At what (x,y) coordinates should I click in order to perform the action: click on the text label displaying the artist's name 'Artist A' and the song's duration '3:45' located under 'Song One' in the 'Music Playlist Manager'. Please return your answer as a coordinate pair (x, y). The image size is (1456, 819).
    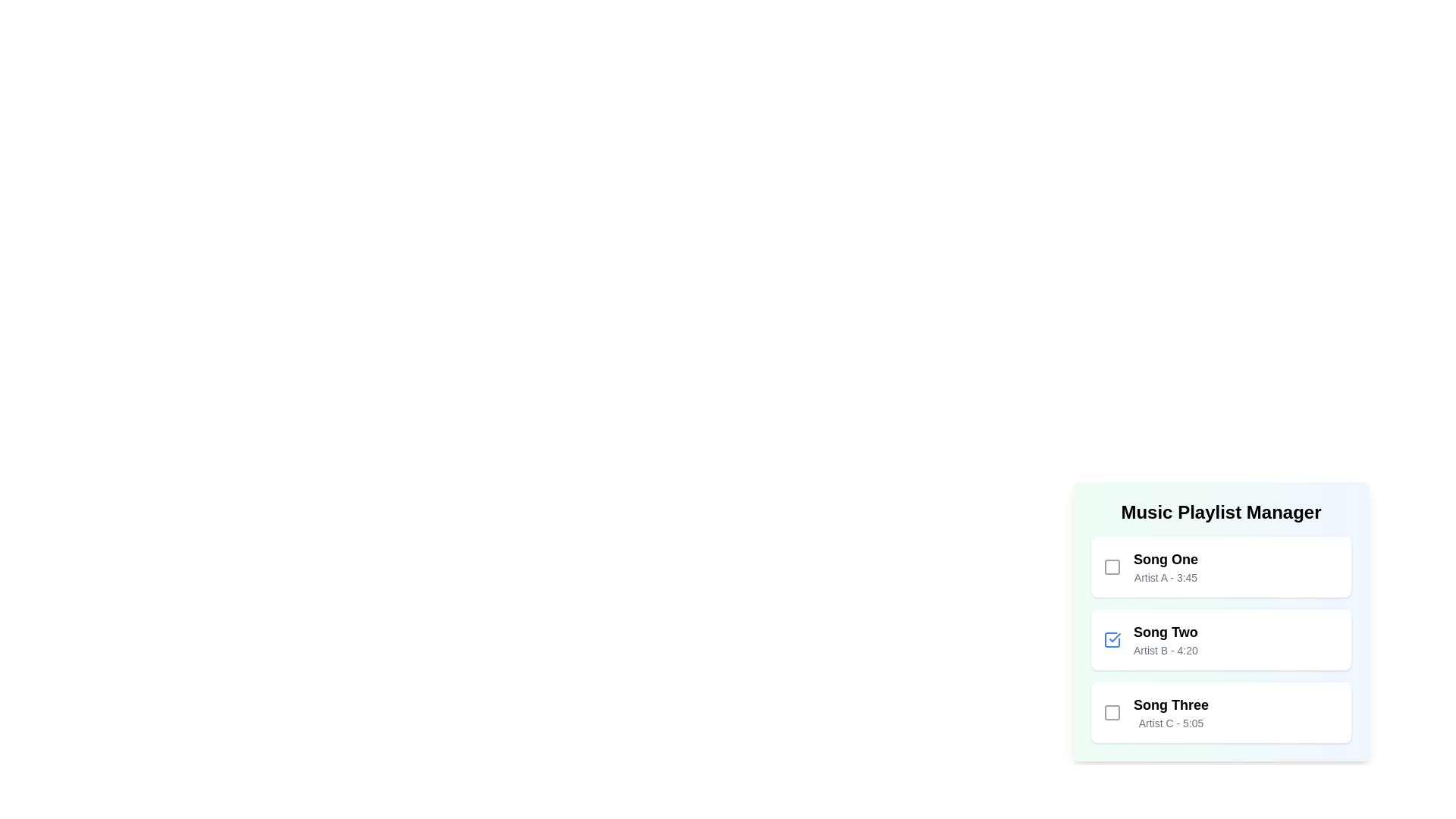
    Looking at the image, I should click on (1165, 578).